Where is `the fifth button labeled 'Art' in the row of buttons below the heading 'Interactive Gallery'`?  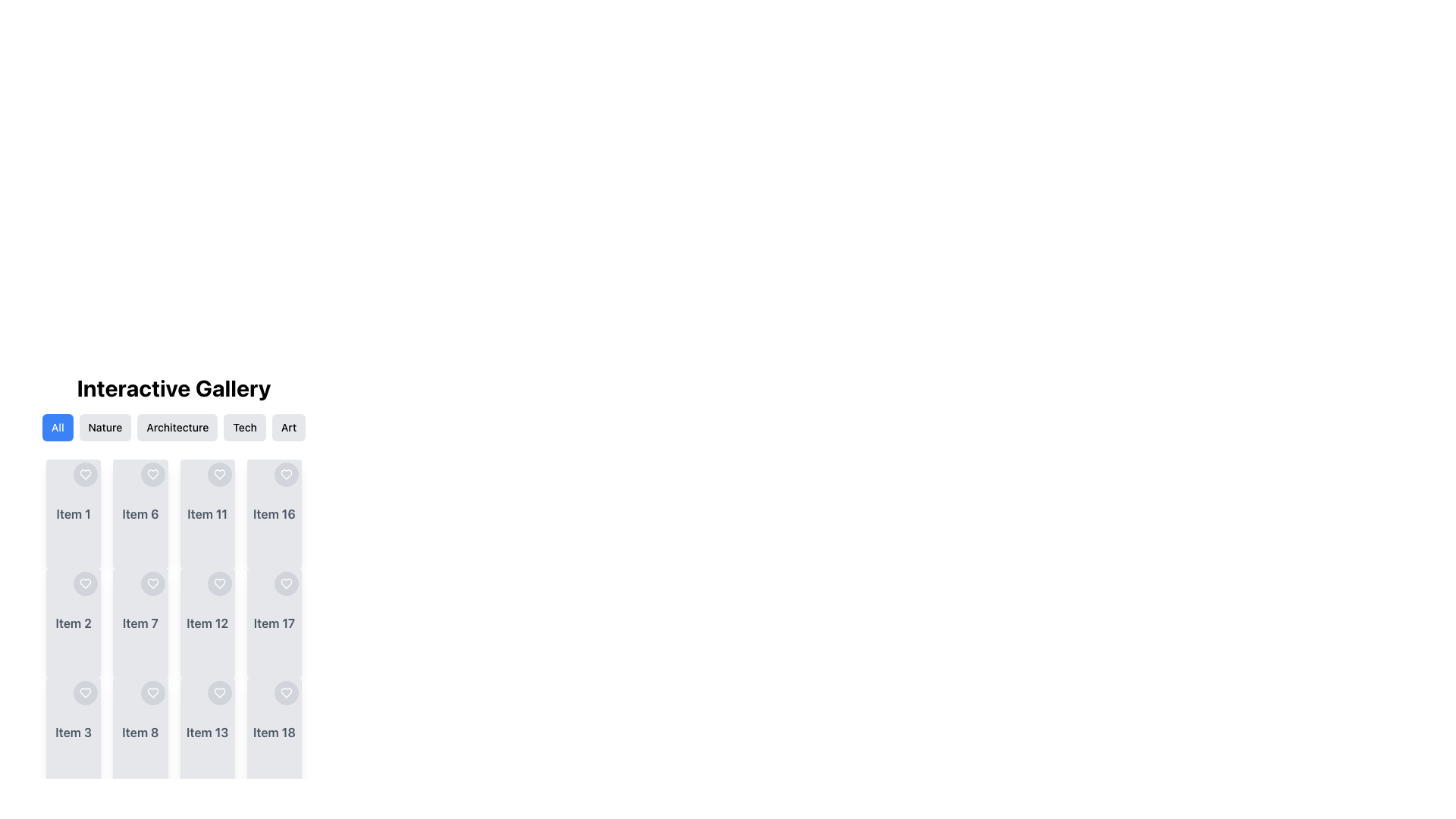 the fifth button labeled 'Art' in the row of buttons below the heading 'Interactive Gallery' is located at coordinates (289, 427).